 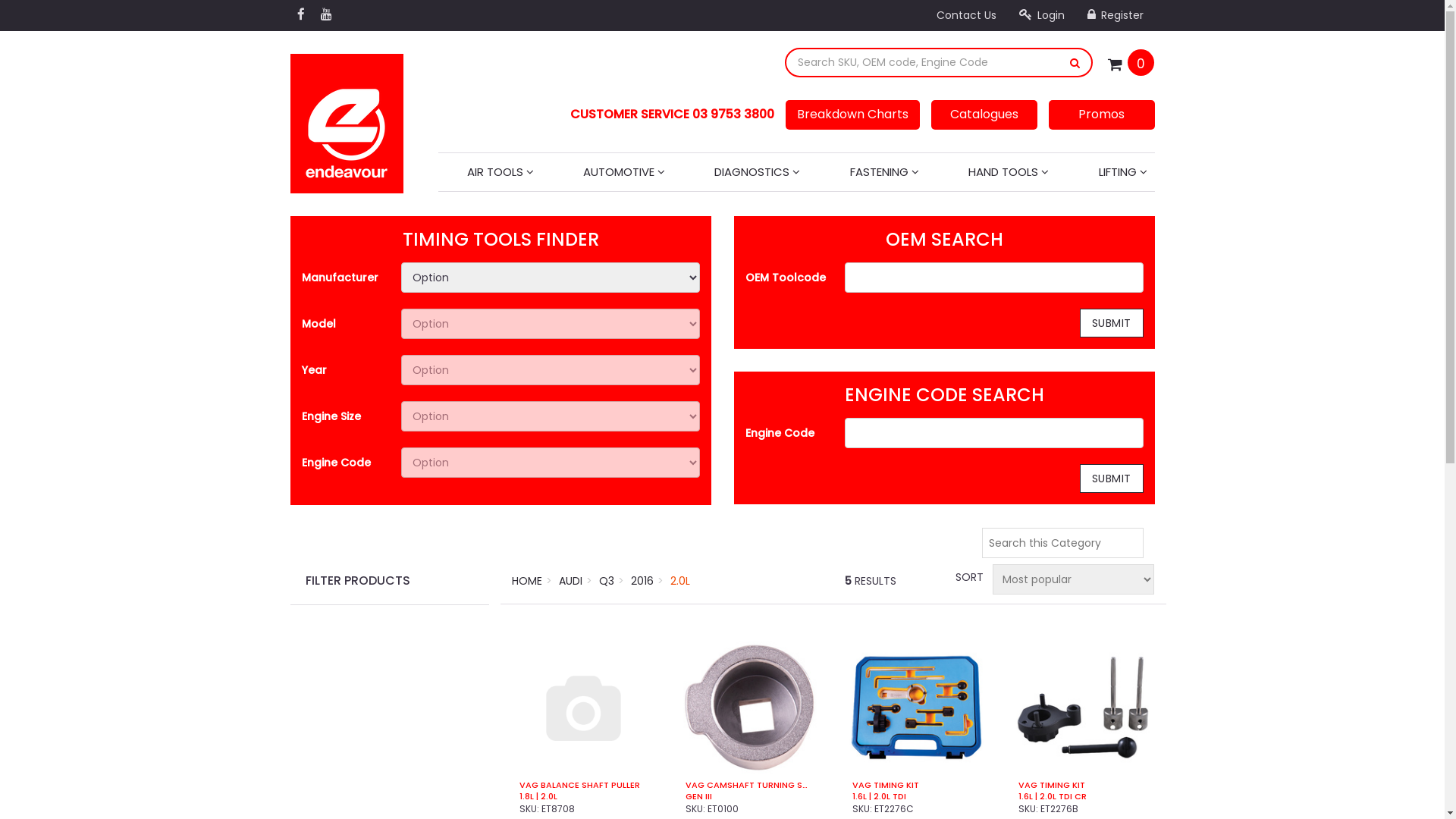 What do you see at coordinates (965, 14) in the screenshot?
I see `'Contact Us'` at bounding box center [965, 14].